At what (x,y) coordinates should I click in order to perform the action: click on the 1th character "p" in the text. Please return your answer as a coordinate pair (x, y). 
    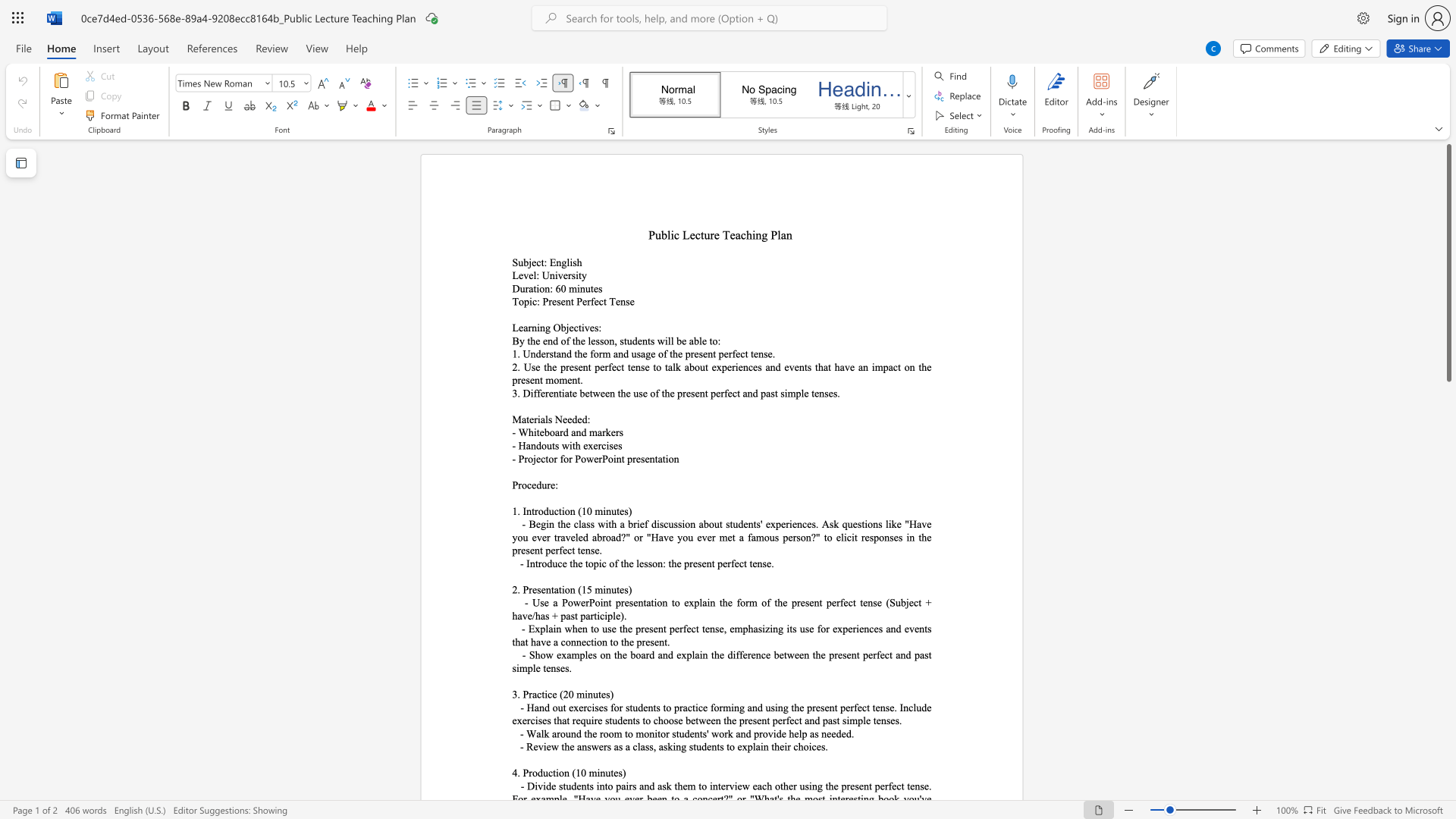
    Looking at the image, I should click on (526, 301).